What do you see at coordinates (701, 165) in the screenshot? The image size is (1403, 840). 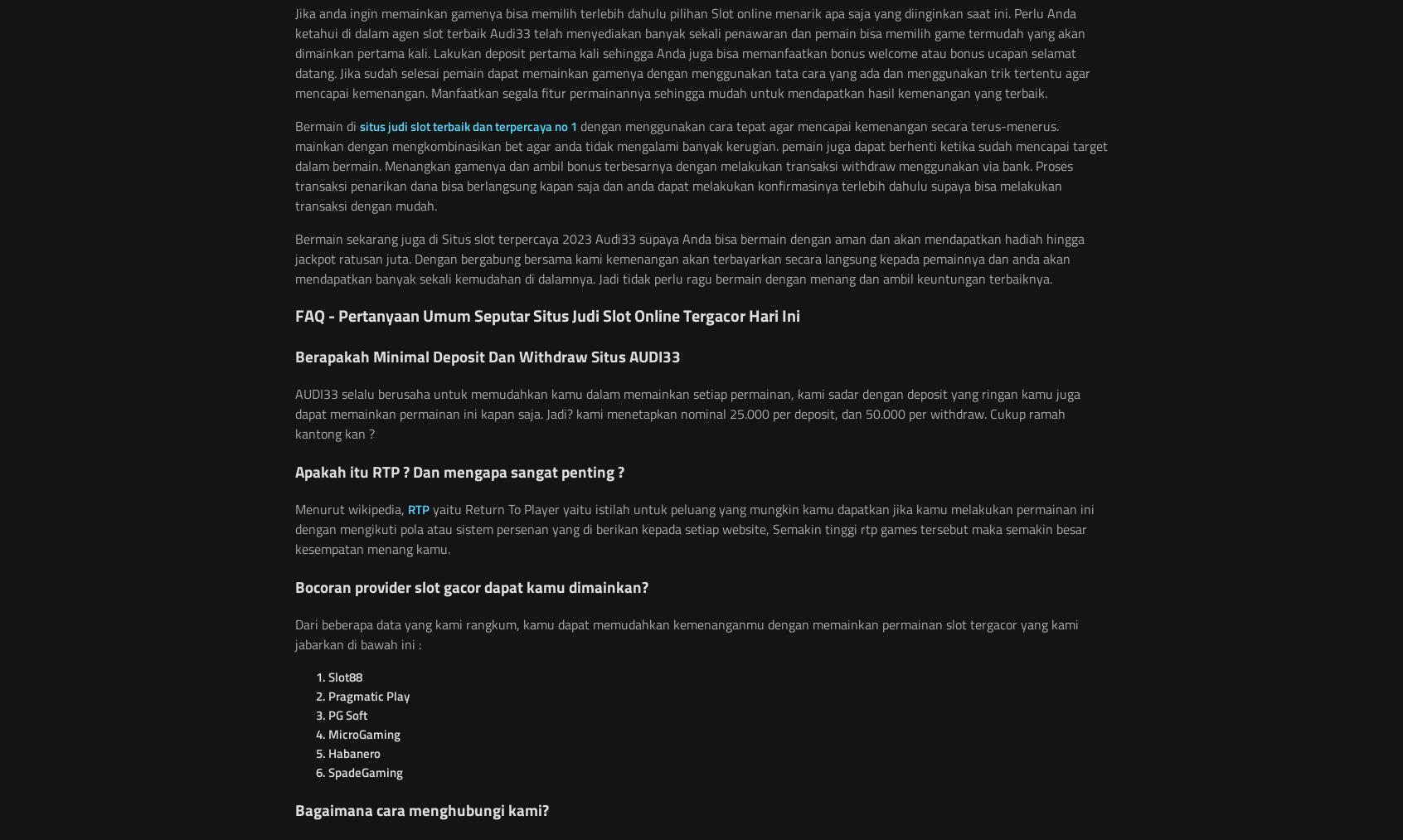 I see `'dengan menggunakan cara tepat agar mencapai kemenangan secara terus-menerus. mainkan dengan mengkombinasikan bet agar anda tidak mengalami banyak kerugian. pemain juga dapat berhenti ketika sudah mencapai target dalam bermain. Menangkan gamenya dan ambil bonus terbesarnya dengan melakukan transaksi withdraw menggunakan via bank. Proses transaksi penarikan dana bisa berlangsung kapan saja dan anda dapat melakukan konfirmasinya terlebih dahulu supaya bisa melakukan transaksi dengan mudah.'` at bounding box center [701, 165].